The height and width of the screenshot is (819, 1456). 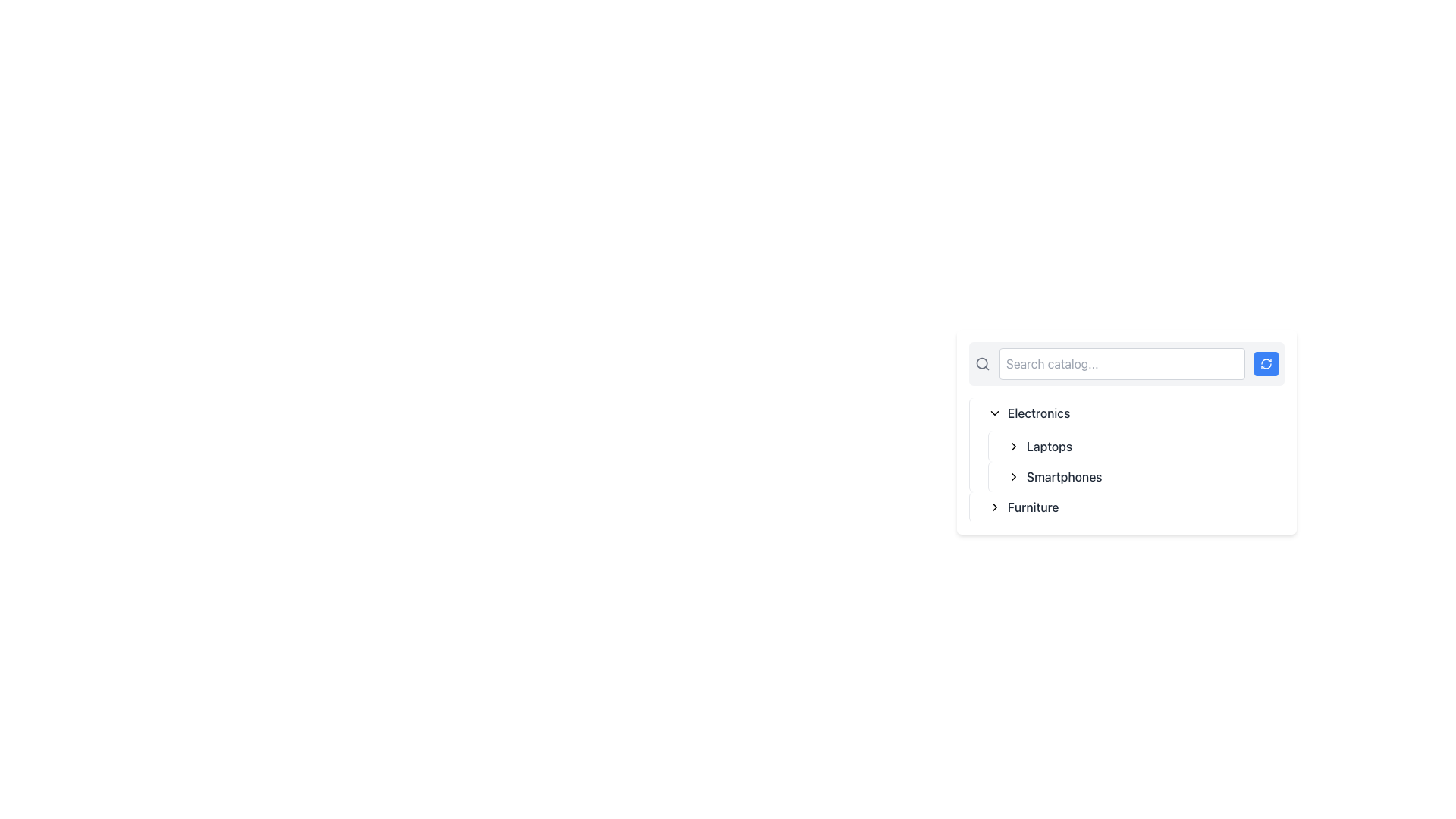 I want to click on the magnifying glass icon's lens portion located in the upper-left of the search bar, which indicates the search functionality of the interface, so click(x=982, y=363).